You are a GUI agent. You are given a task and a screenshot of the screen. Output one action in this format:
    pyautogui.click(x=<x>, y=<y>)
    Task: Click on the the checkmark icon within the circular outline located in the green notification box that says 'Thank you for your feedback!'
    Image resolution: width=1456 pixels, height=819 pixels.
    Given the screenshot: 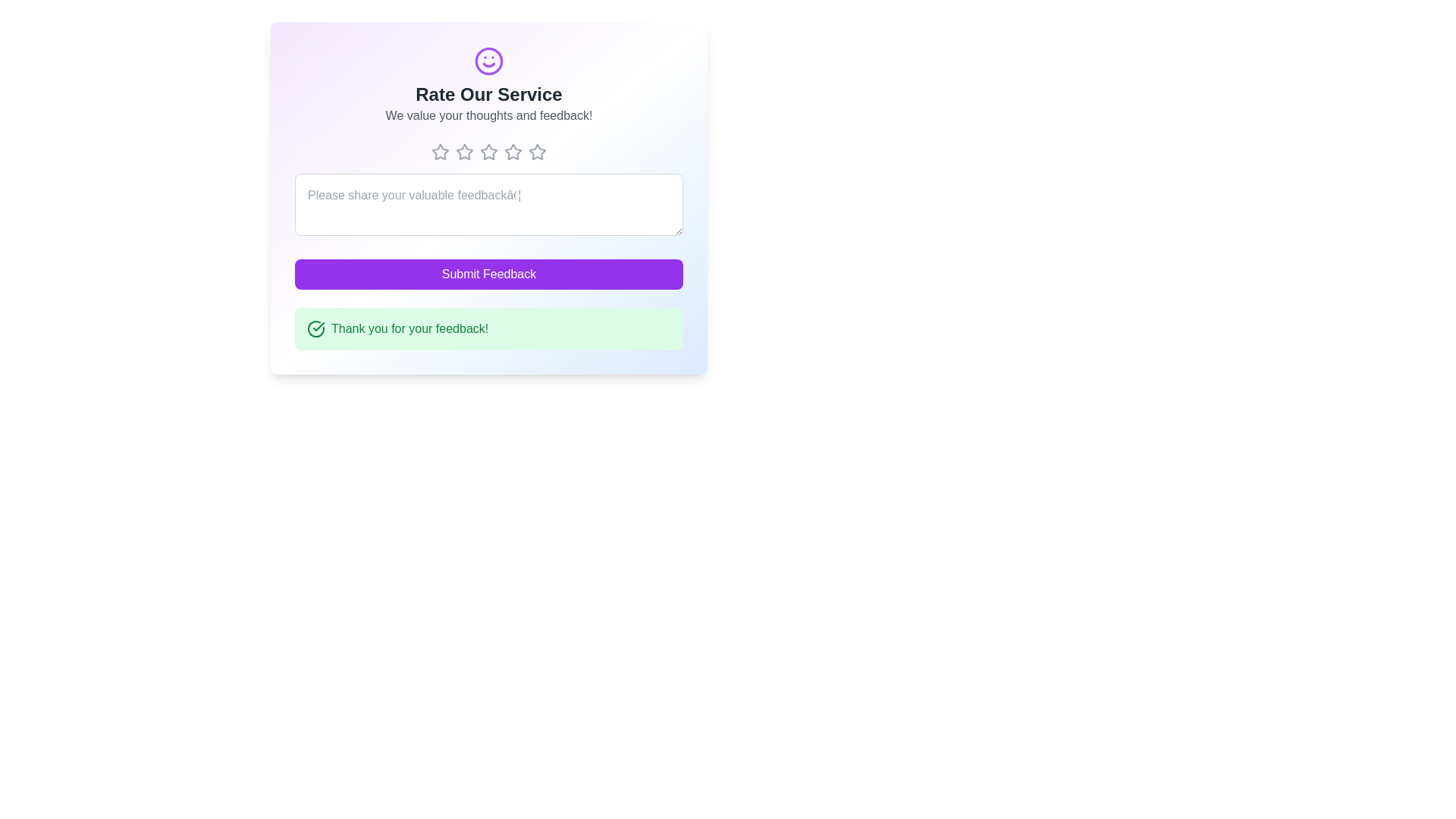 What is the action you would take?
    pyautogui.click(x=318, y=326)
    